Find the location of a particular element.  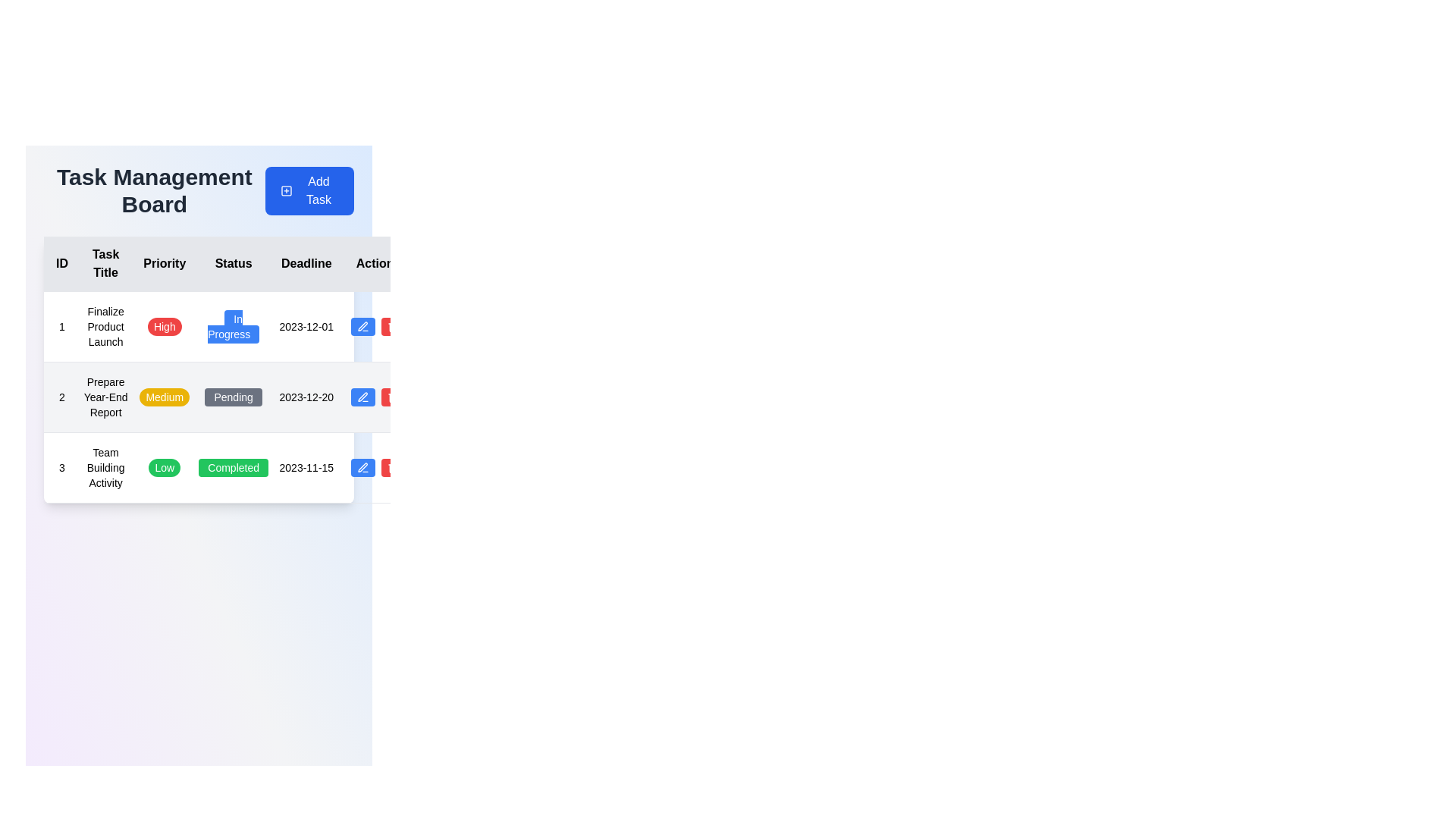

text from the Table Cell displaying 'Finalize Product Launch' under the 'Task Title' column is located at coordinates (105, 326).